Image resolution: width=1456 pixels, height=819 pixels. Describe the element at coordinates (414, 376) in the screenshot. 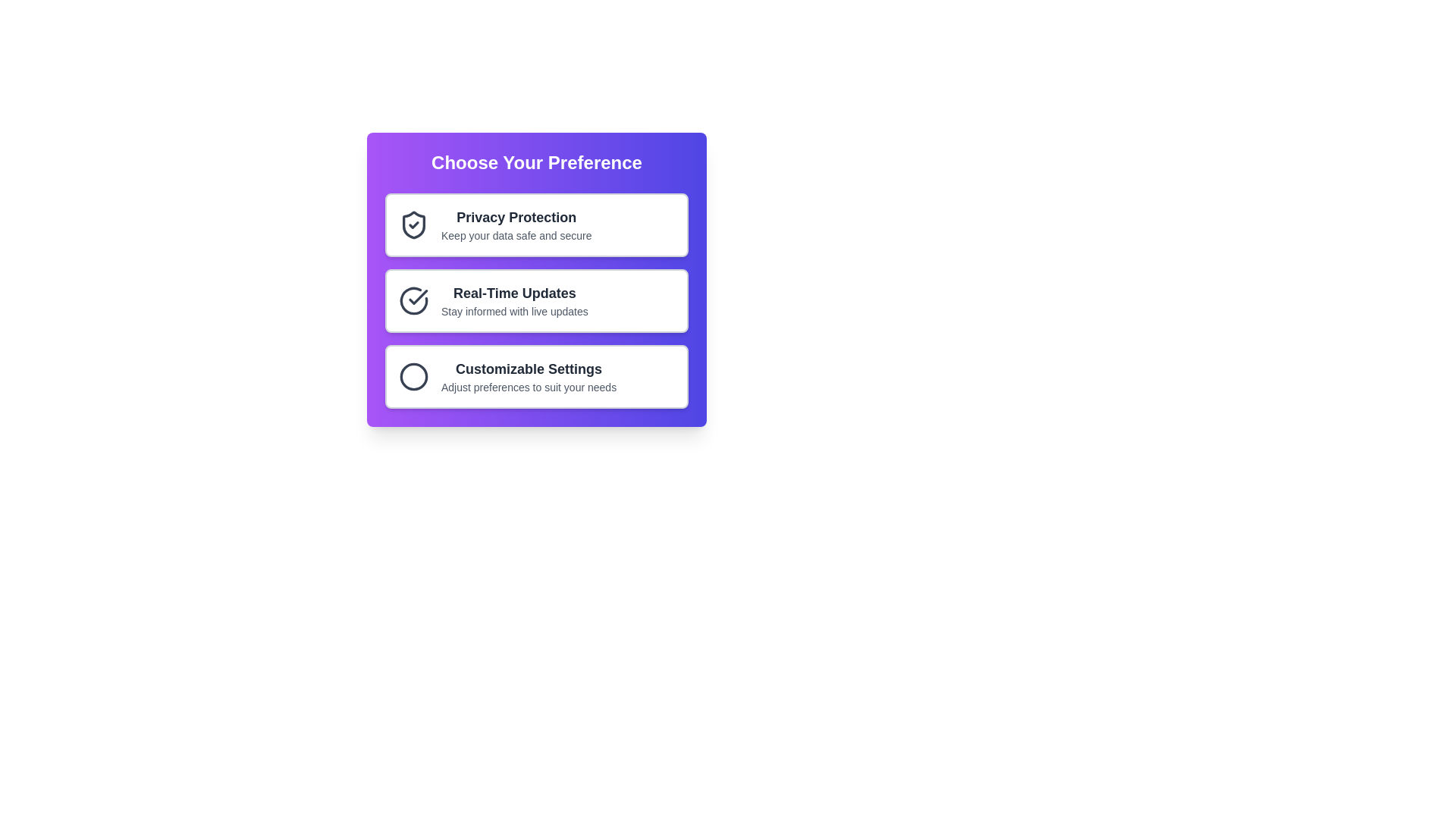

I see `the SVG Circle Graphic located in the bottom-most button labeled 'Customizable Settings' within a purple card dialog box` at that location.